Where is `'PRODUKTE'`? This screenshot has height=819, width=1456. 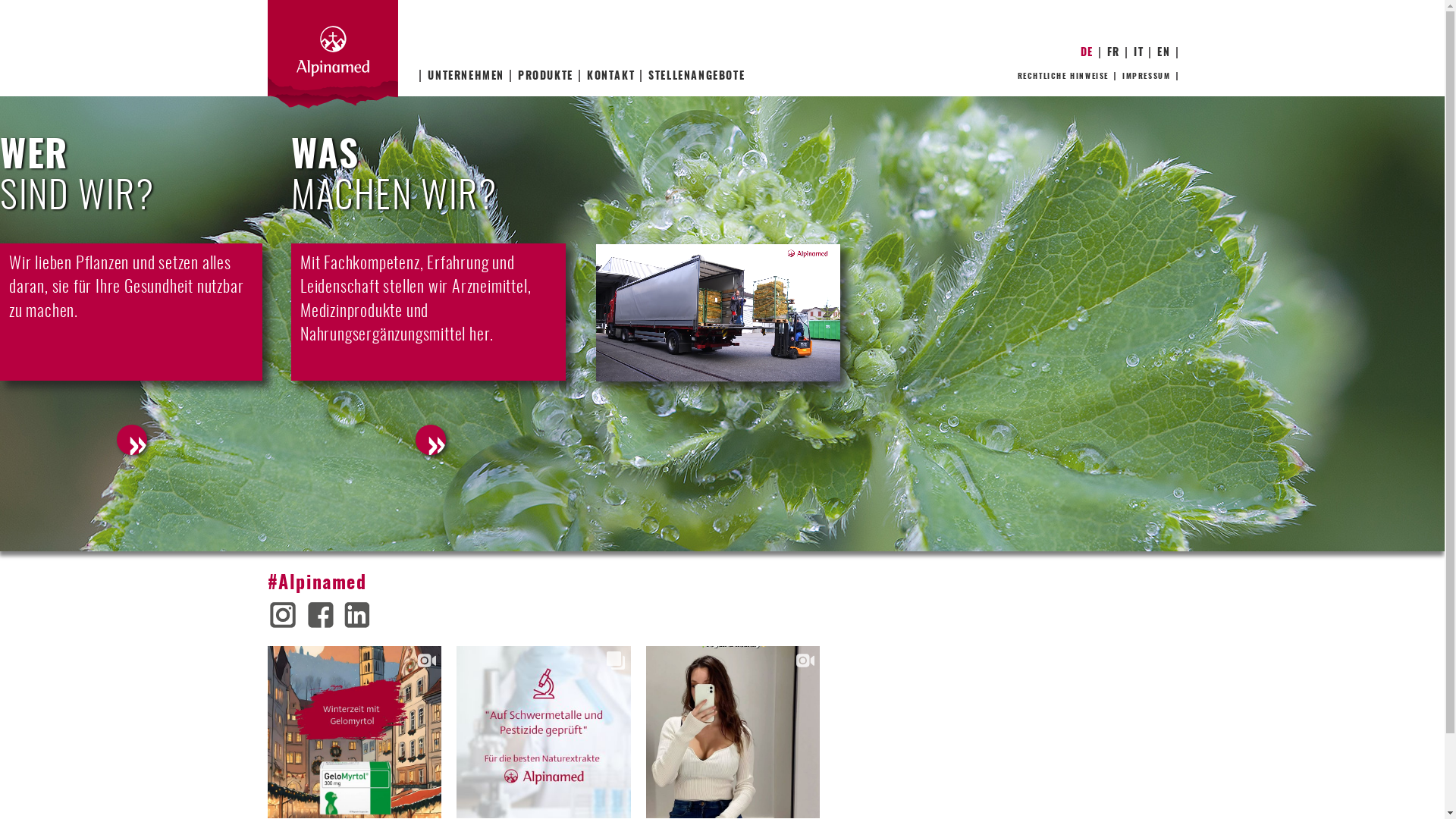
'PRODUKTE' is located at coordinates (544, 76).